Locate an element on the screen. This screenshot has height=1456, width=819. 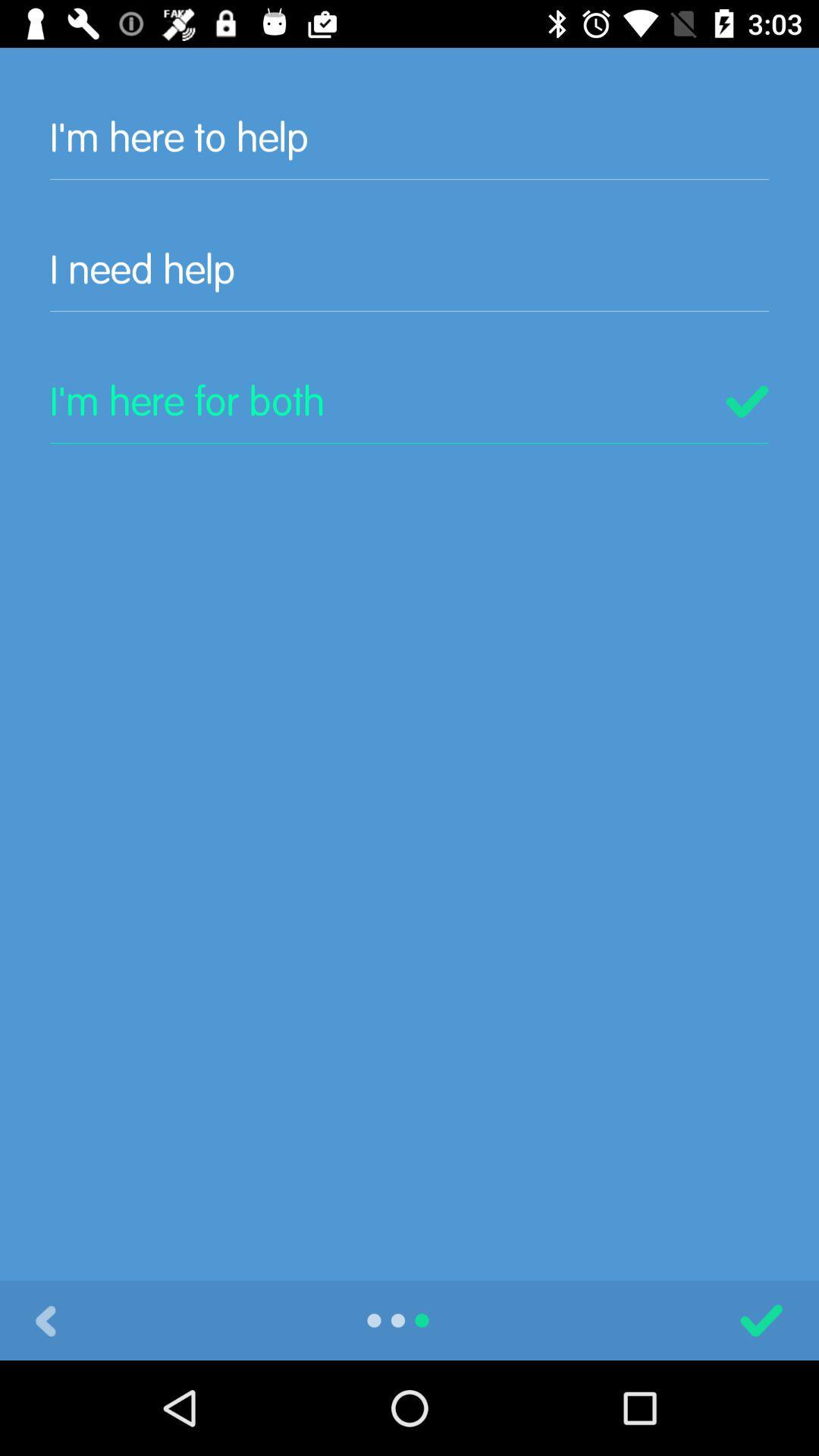
the item at the bottom left corner is located at coordinates (45, 1319).